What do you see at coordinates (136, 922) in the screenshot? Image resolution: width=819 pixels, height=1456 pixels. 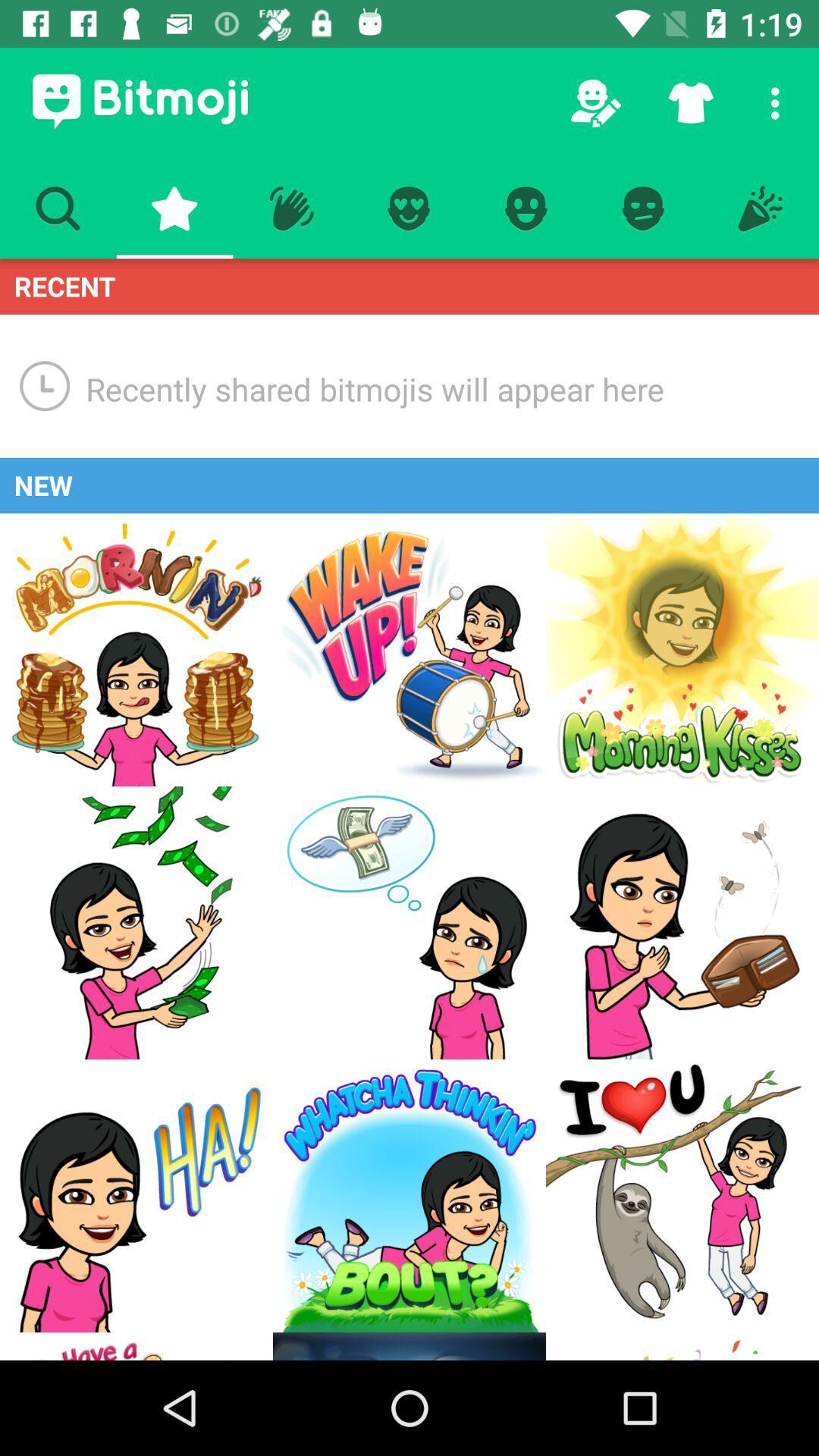 I see `emoji of a smiling girl` at bounding box center [136, 922].